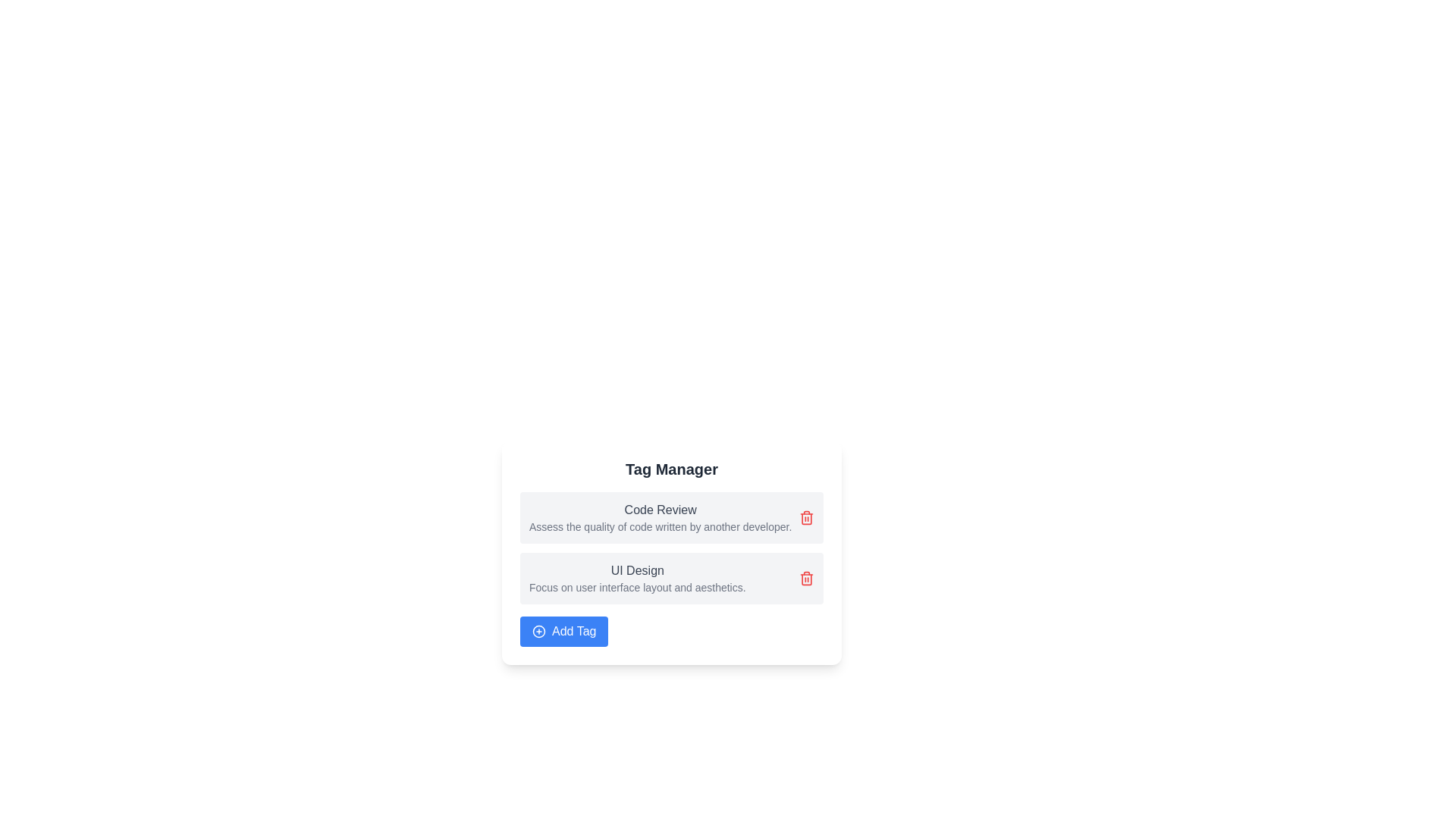  Describe the element at coordinates (806, 579) in the screenshot. I see `trash bin icon, which signifies deletion functionality, located next to the 'UI Design' label in the Tag Manager interface` at that location.